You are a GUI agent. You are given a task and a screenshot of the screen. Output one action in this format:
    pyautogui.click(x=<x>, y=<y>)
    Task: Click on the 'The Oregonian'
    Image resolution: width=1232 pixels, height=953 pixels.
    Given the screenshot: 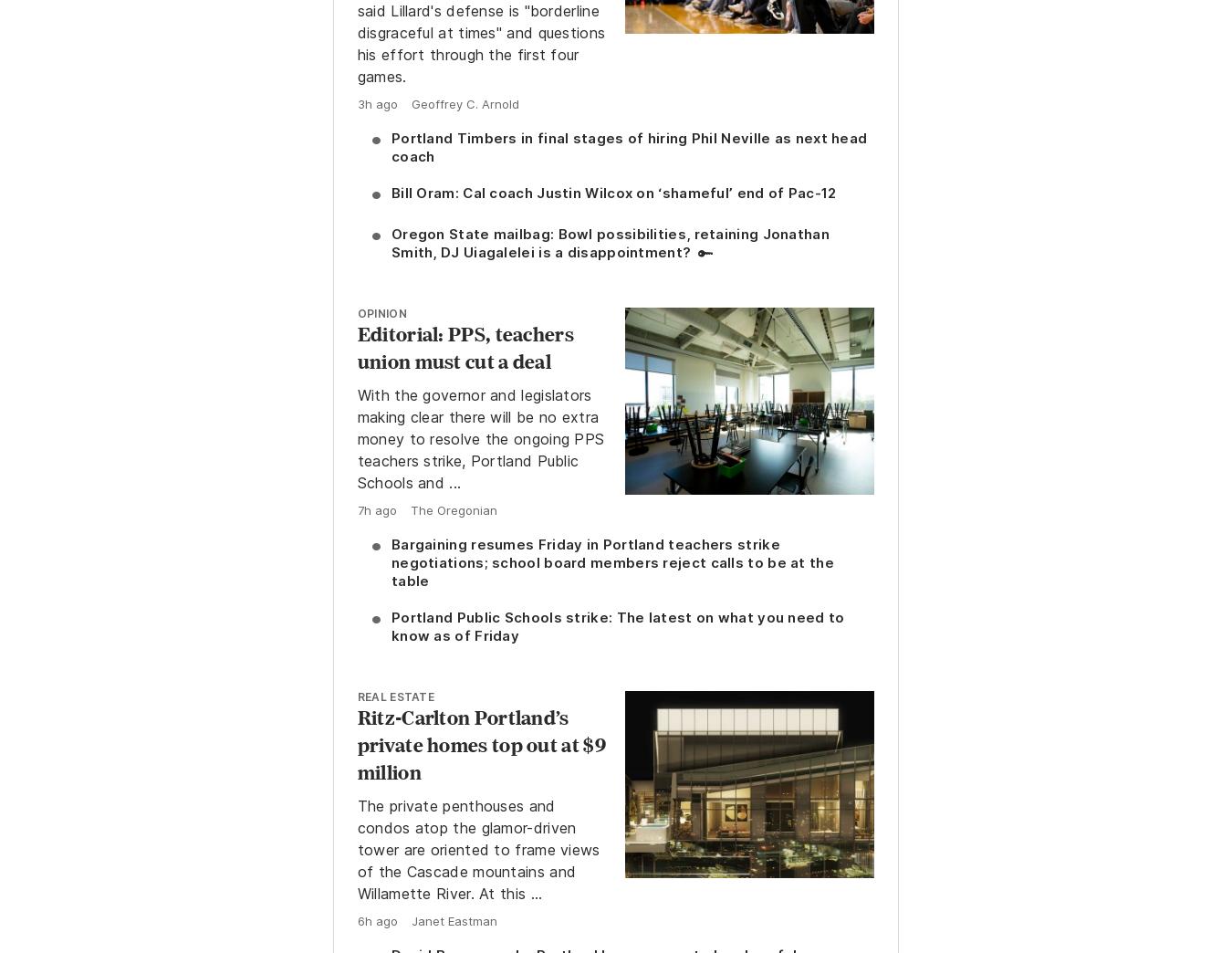 What is the action you would take?
    pyautogui.click(x=452, y=508)
    